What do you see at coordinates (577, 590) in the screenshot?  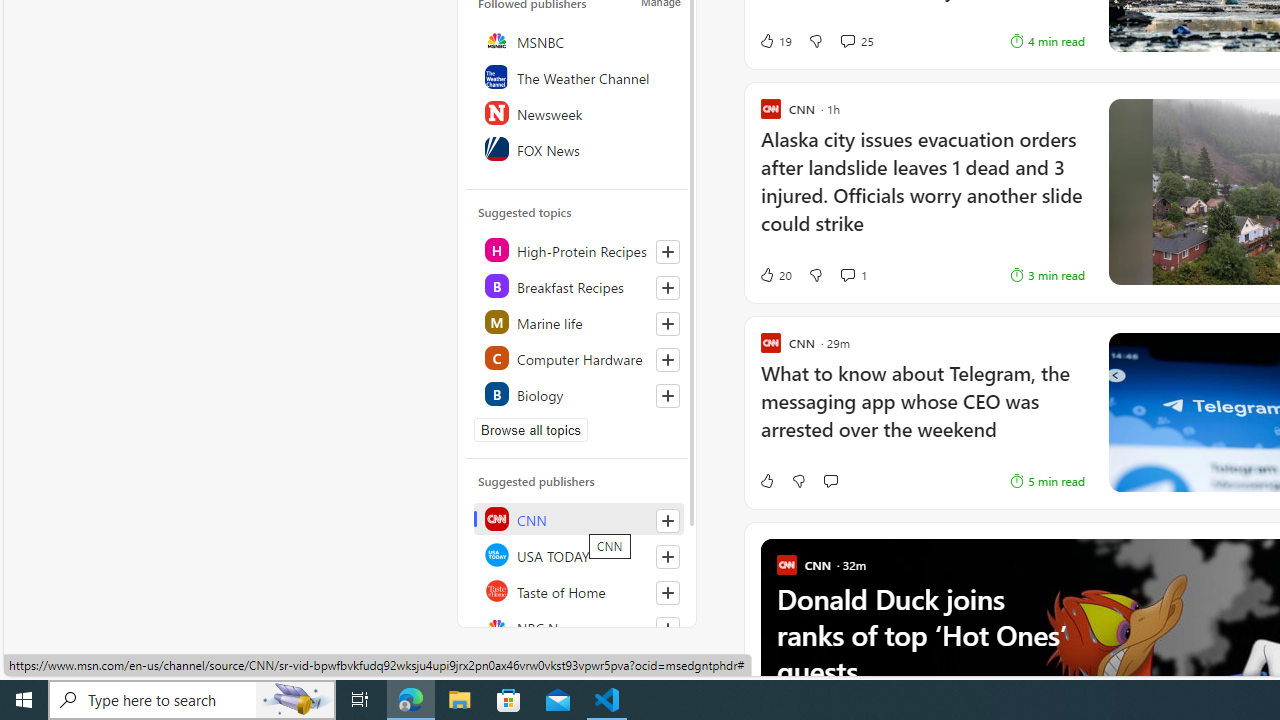 I see `'Taste of Home'` at bounding box center [577, 590].